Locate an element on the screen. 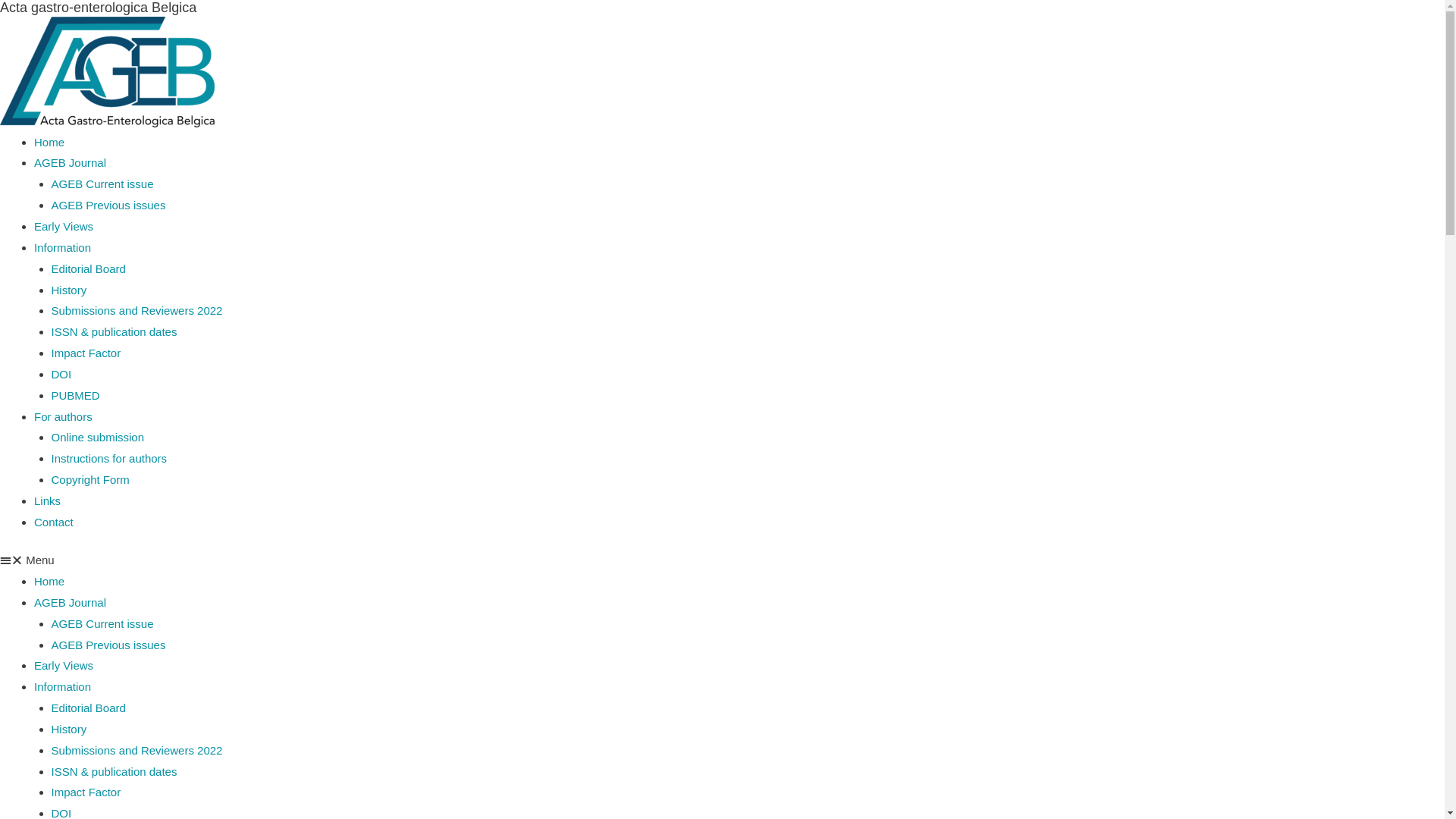  'Contact' is located at coordinates (33, 521).